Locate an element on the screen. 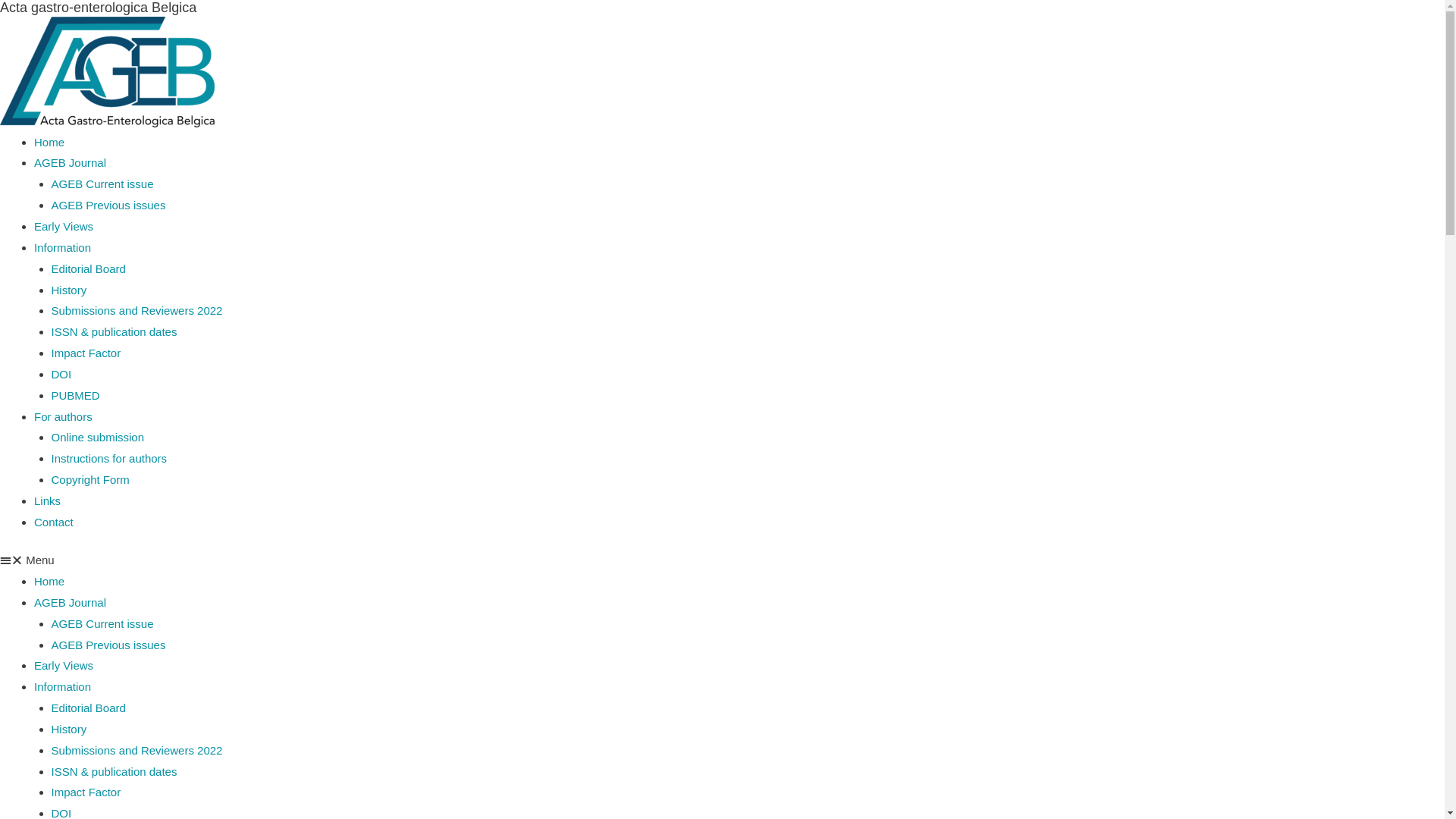  'Contact' is located at coordinates (33, 521).